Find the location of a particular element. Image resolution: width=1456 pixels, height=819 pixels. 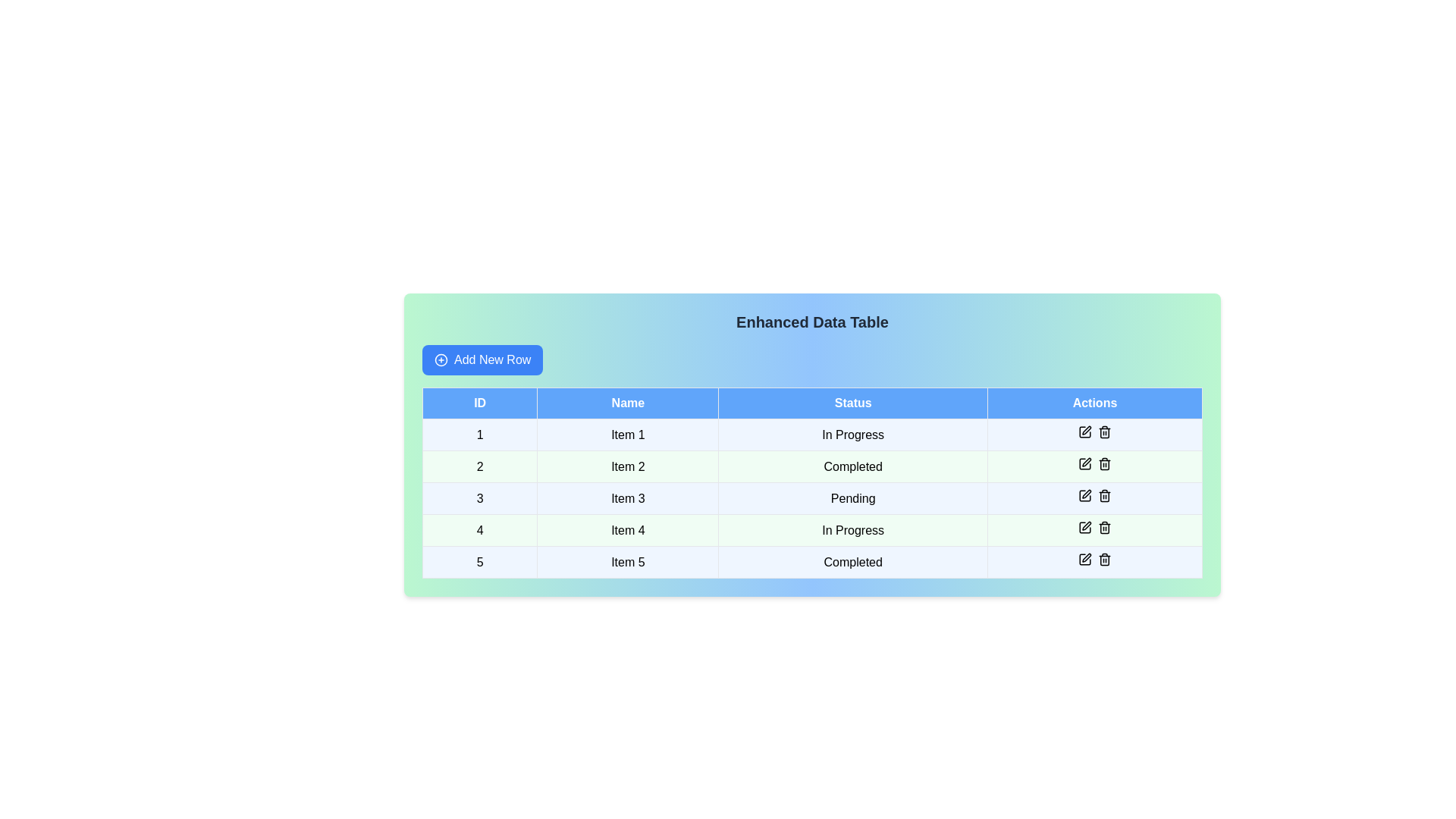

the 'Actions' header label in the table, which is a rectangular item with white text on a blue background is located at coordinates (1095, 403).